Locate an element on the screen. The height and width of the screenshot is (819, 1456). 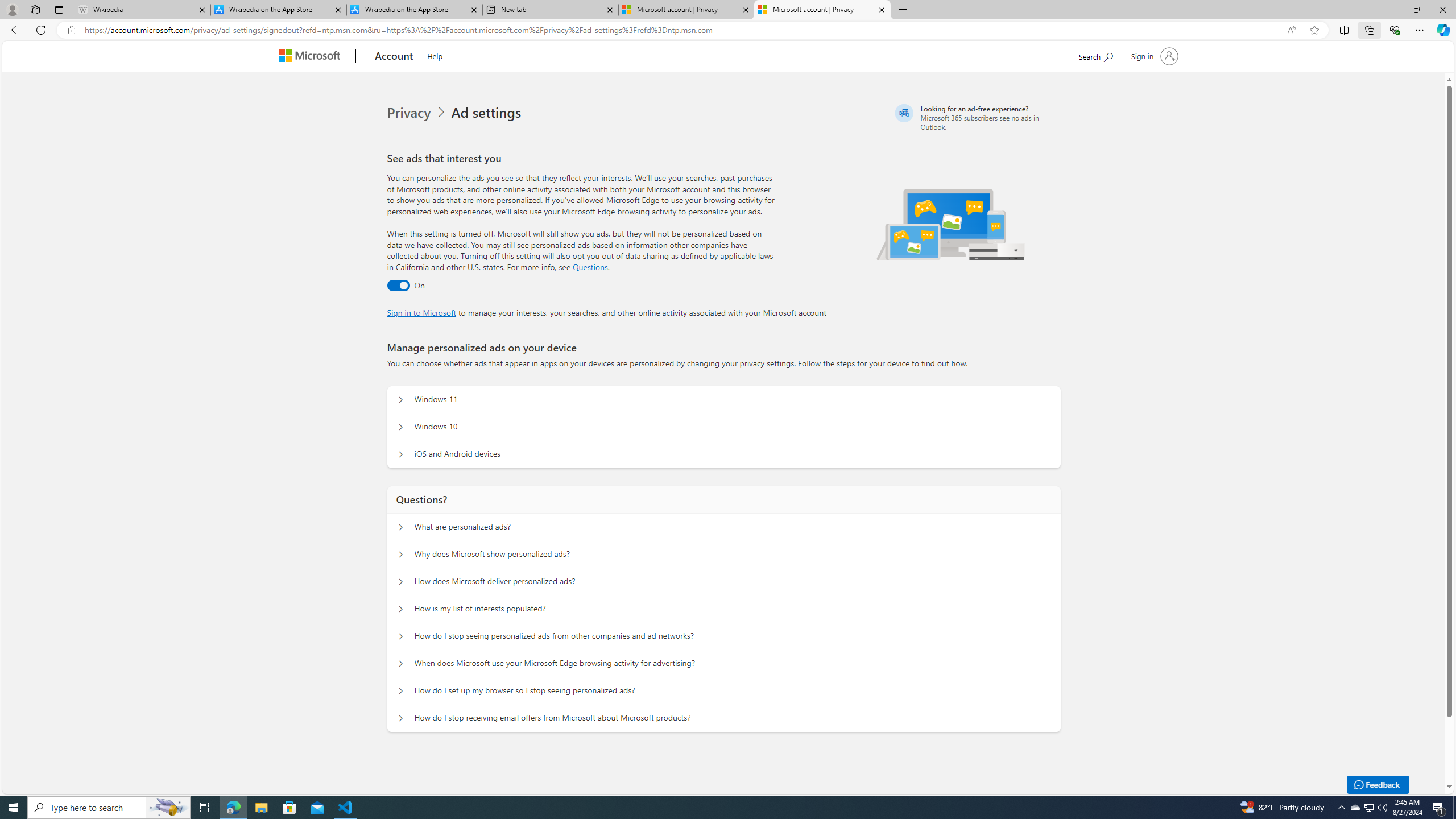
'Ad settings' is located at coordinates (487, 113).